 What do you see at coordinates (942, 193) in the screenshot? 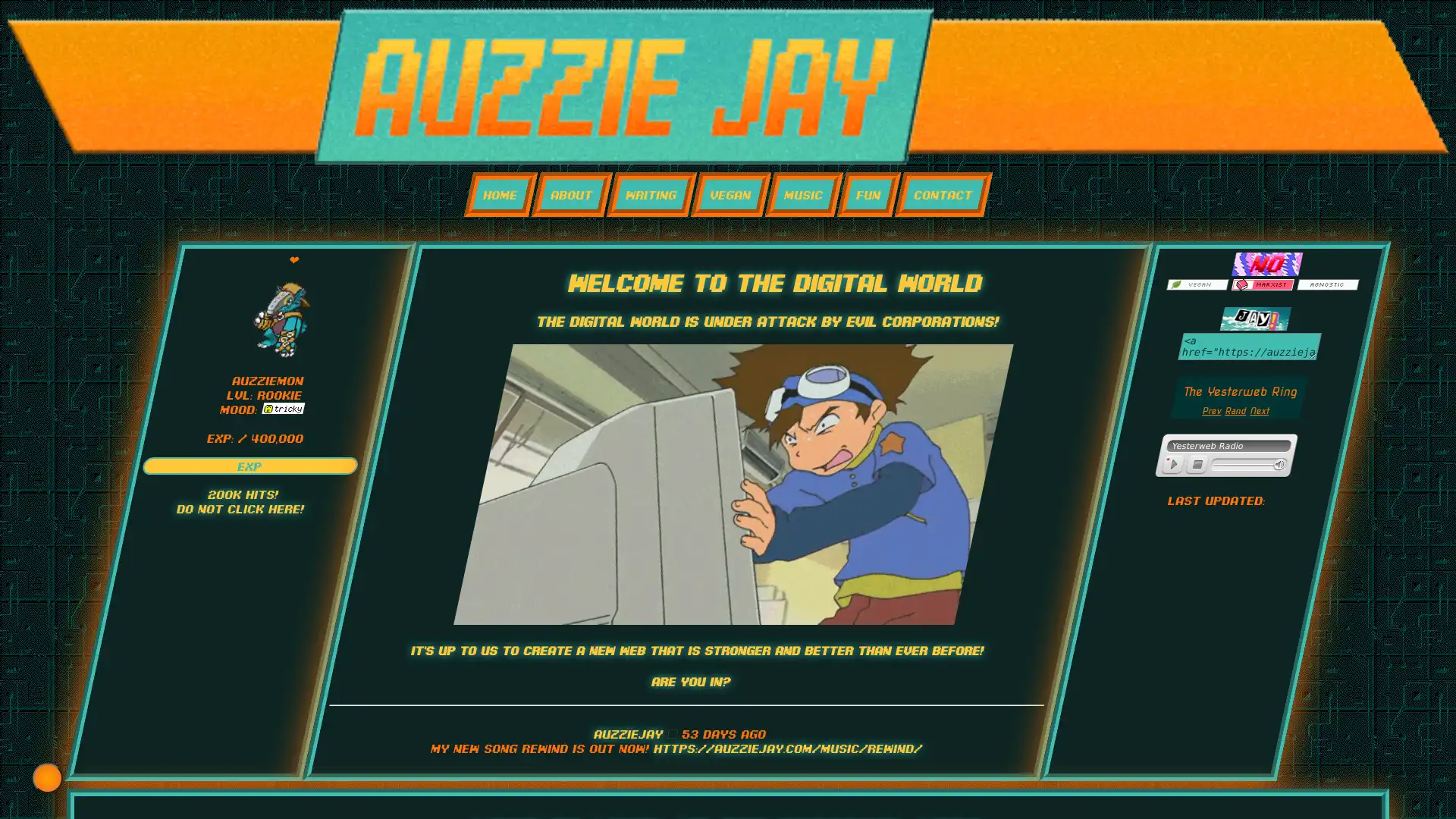
I see `CONTACT` at bounding box center [942, 193].